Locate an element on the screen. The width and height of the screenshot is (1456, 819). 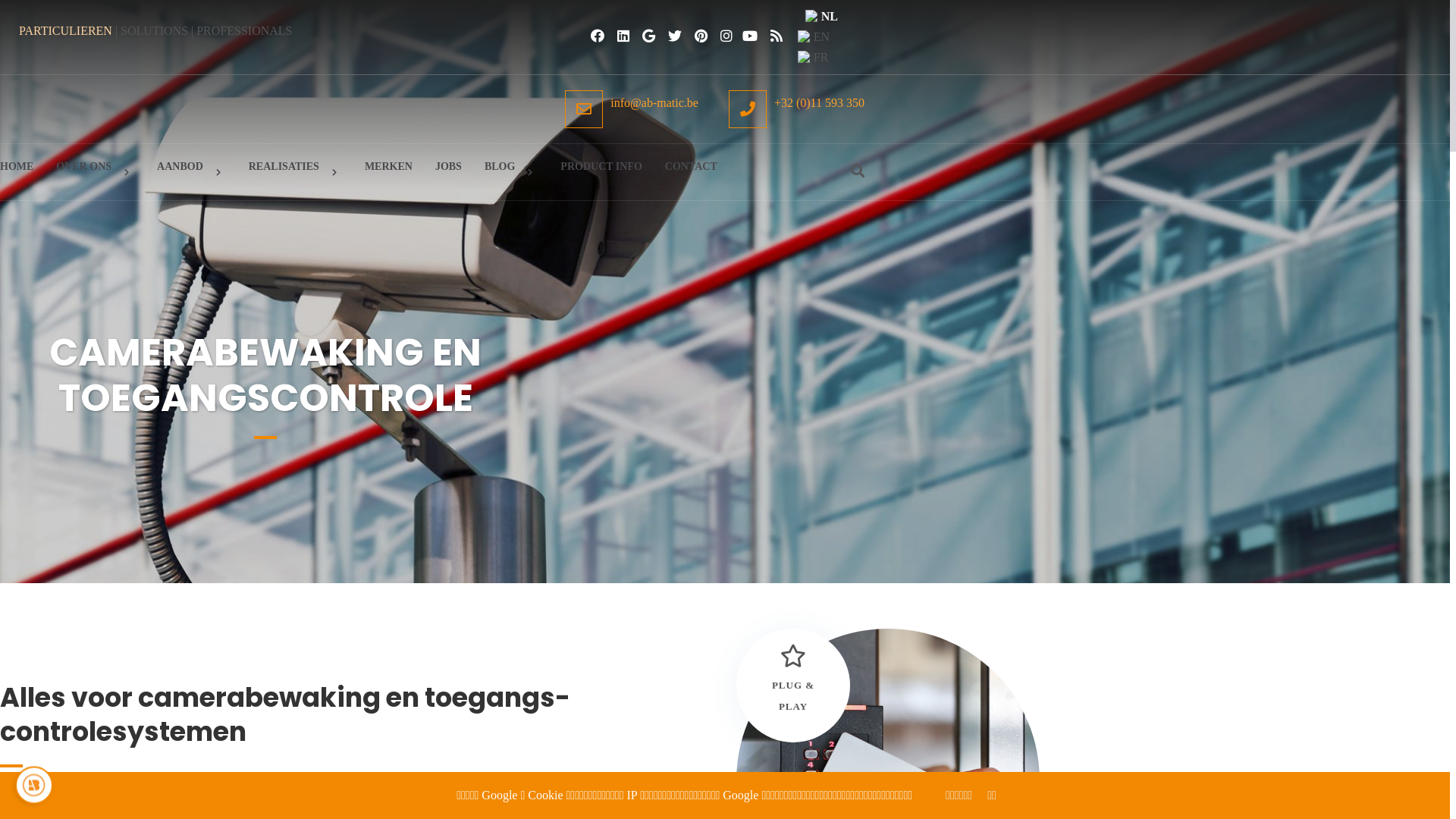
'JOBS' is located at coordinates (447, 166).